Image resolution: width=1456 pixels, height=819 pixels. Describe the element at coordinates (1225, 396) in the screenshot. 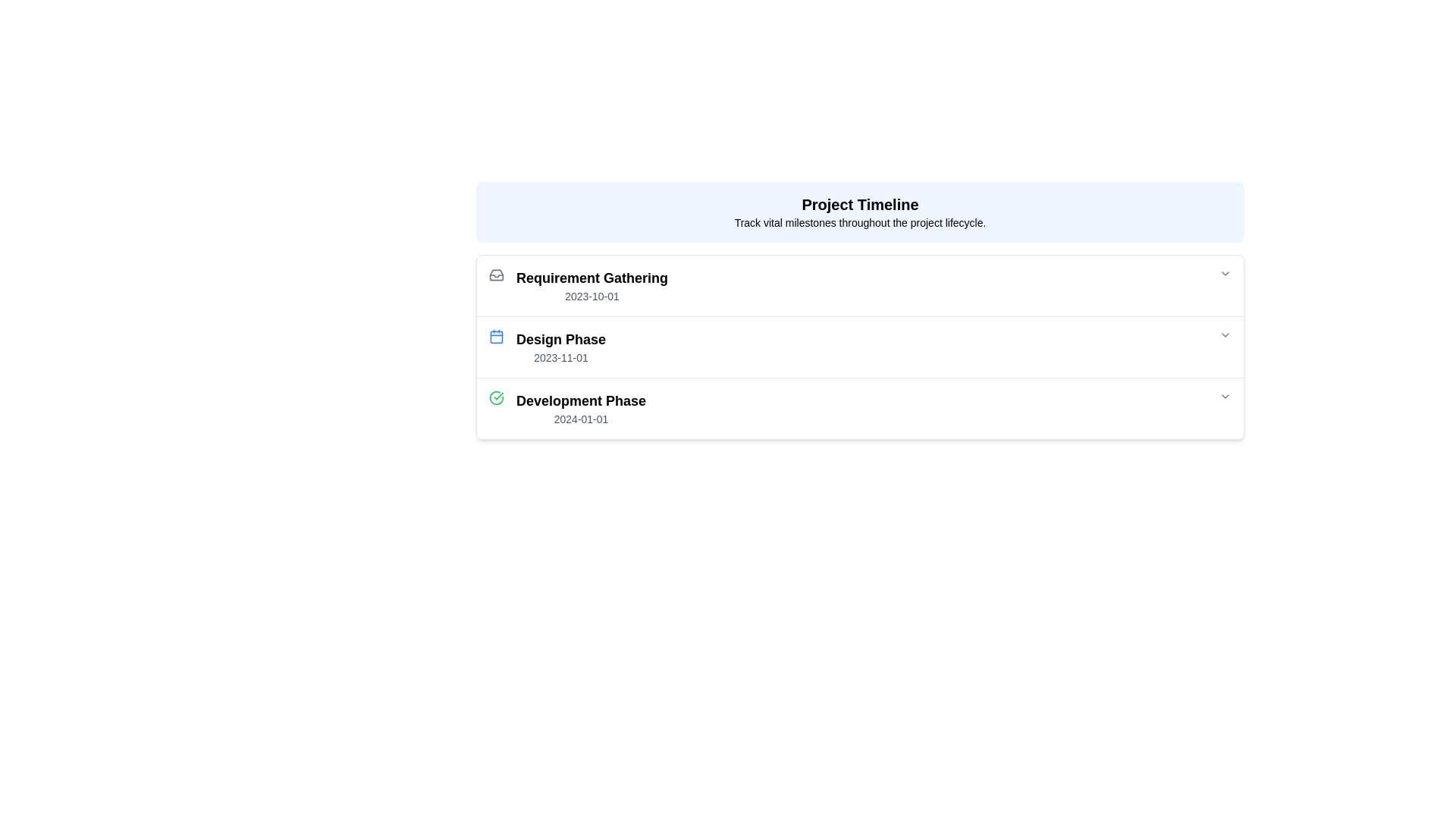

I see `the chevron toggle button located at the right end of the 'Development Phase' row` at that location.